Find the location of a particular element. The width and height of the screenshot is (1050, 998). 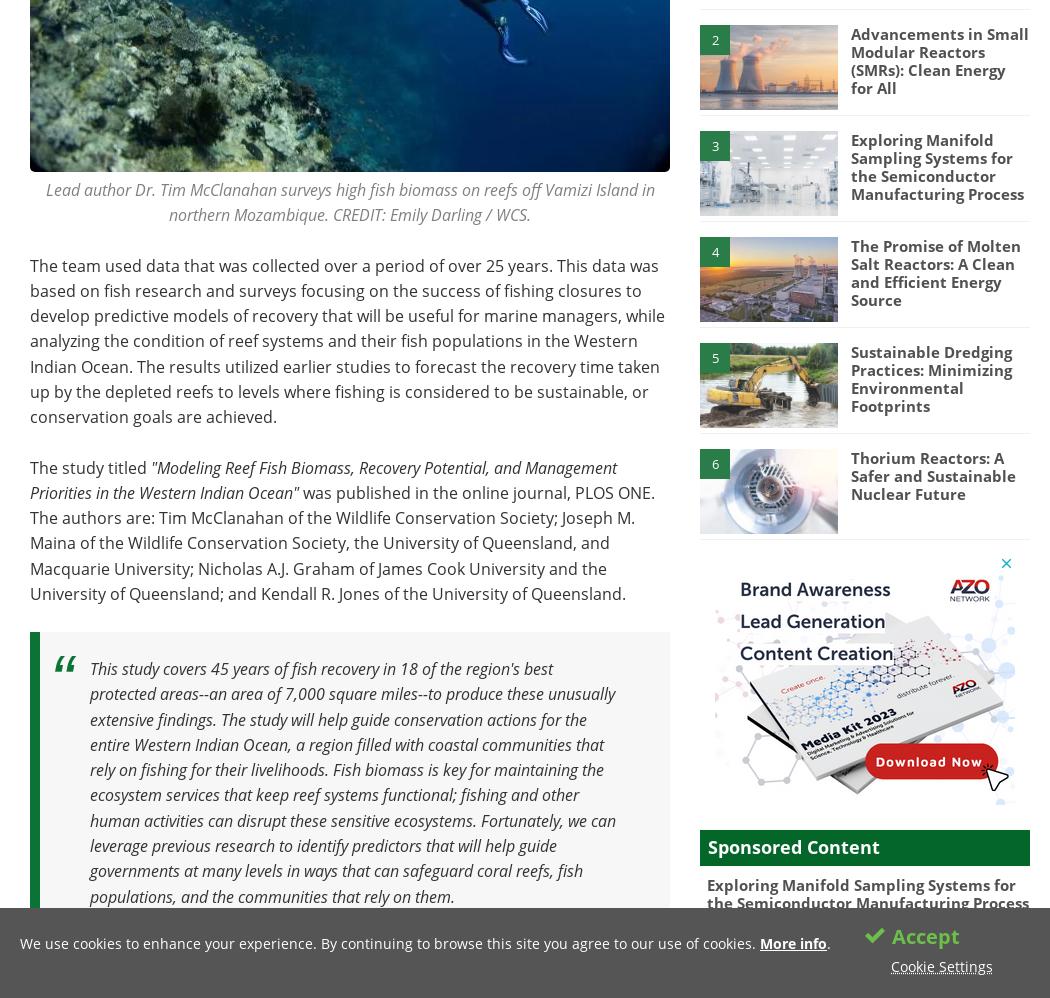

'TOFWERK' is located at coordinates (773, 932).